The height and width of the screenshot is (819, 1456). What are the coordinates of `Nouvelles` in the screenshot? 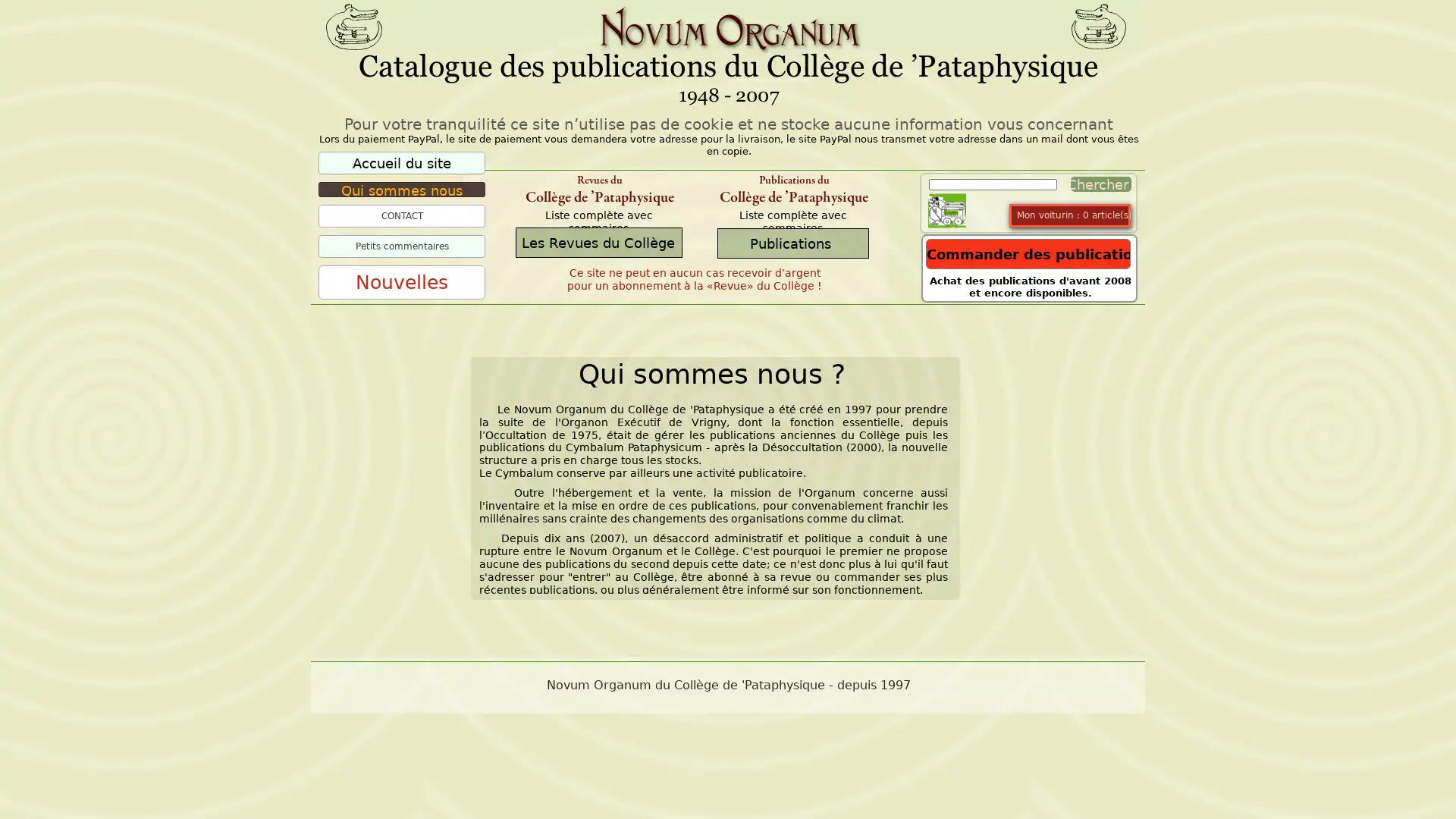 It's located at (401, 282).